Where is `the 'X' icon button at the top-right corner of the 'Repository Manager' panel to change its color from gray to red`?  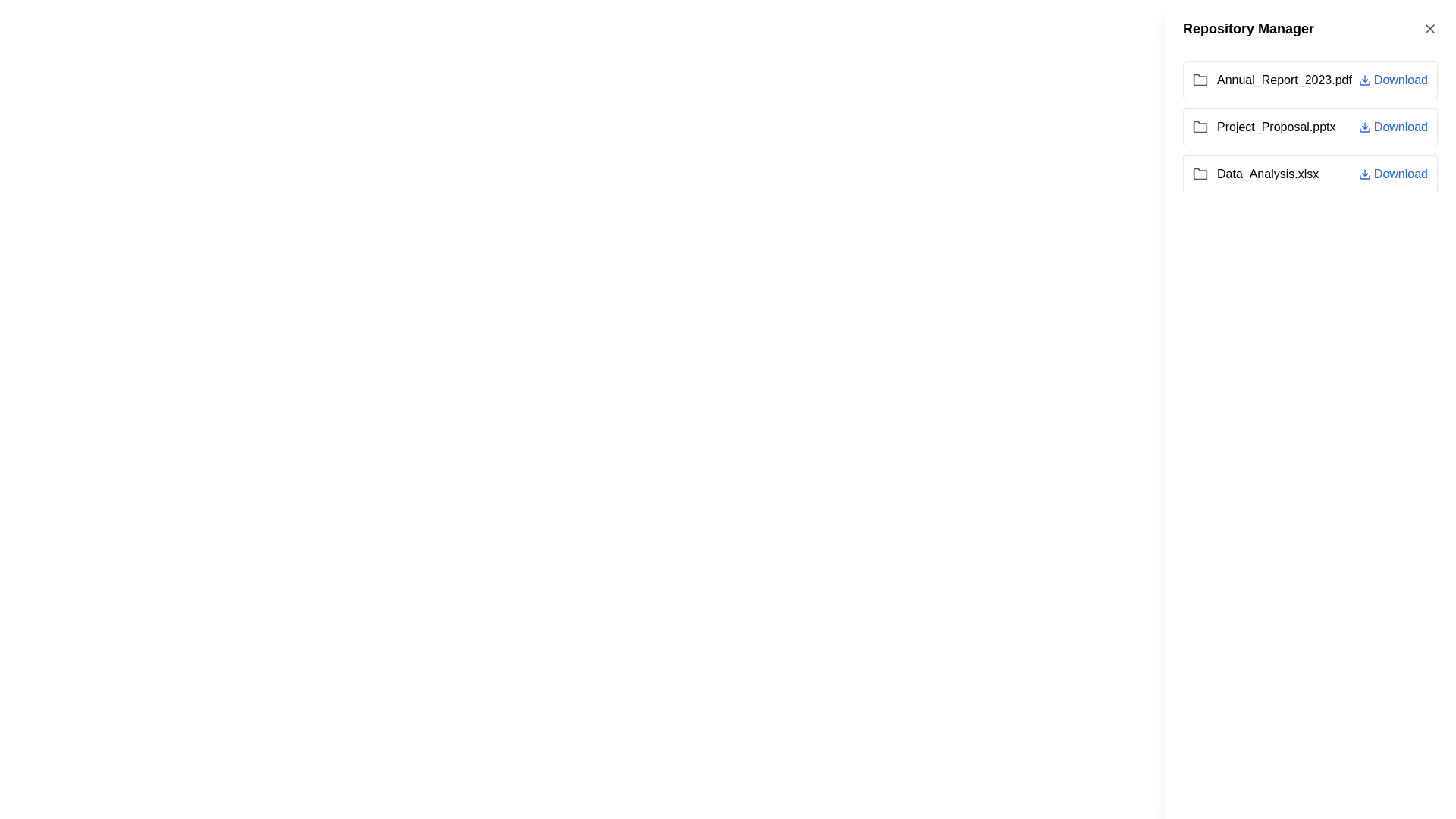
the 'X' icon button at the top-right corner of the 'Repository Manager' panel to change its color from gray to red is located at coordinates (1429, 29).